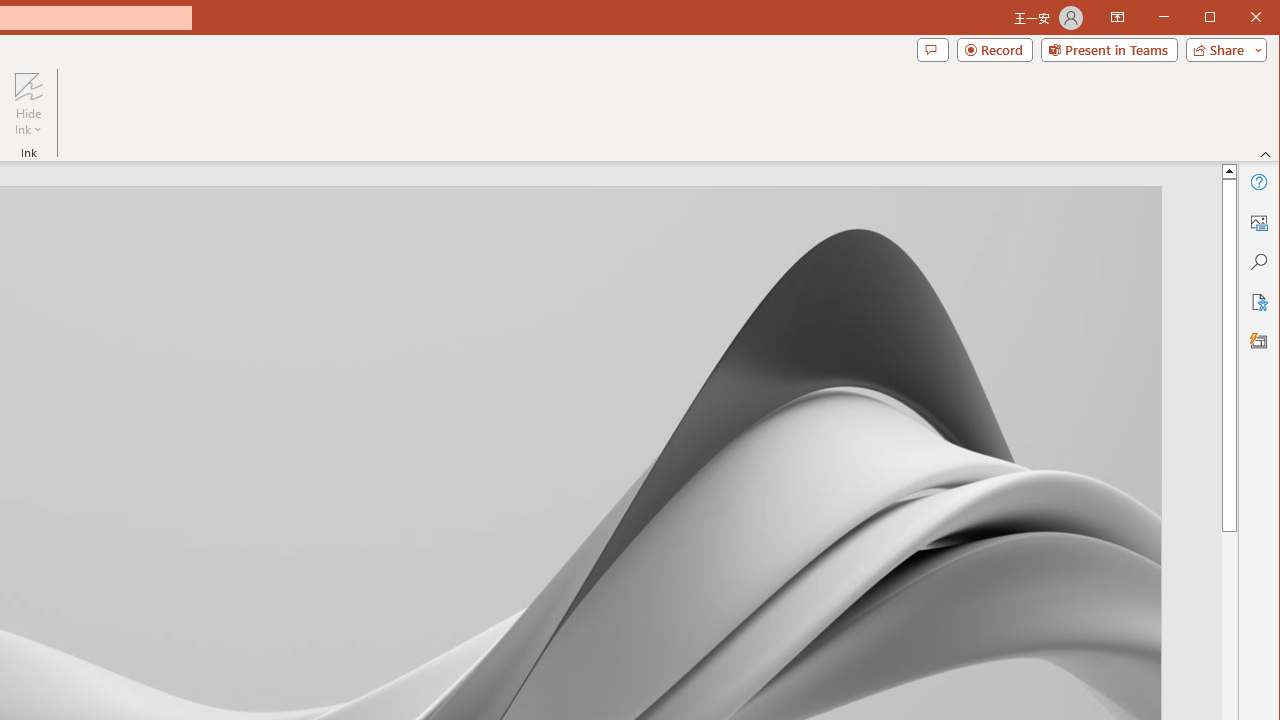  What do you see at coordinates (1228, 169) in the screenshot?
I see `'Line up'` at bounding box center [1228, 169].